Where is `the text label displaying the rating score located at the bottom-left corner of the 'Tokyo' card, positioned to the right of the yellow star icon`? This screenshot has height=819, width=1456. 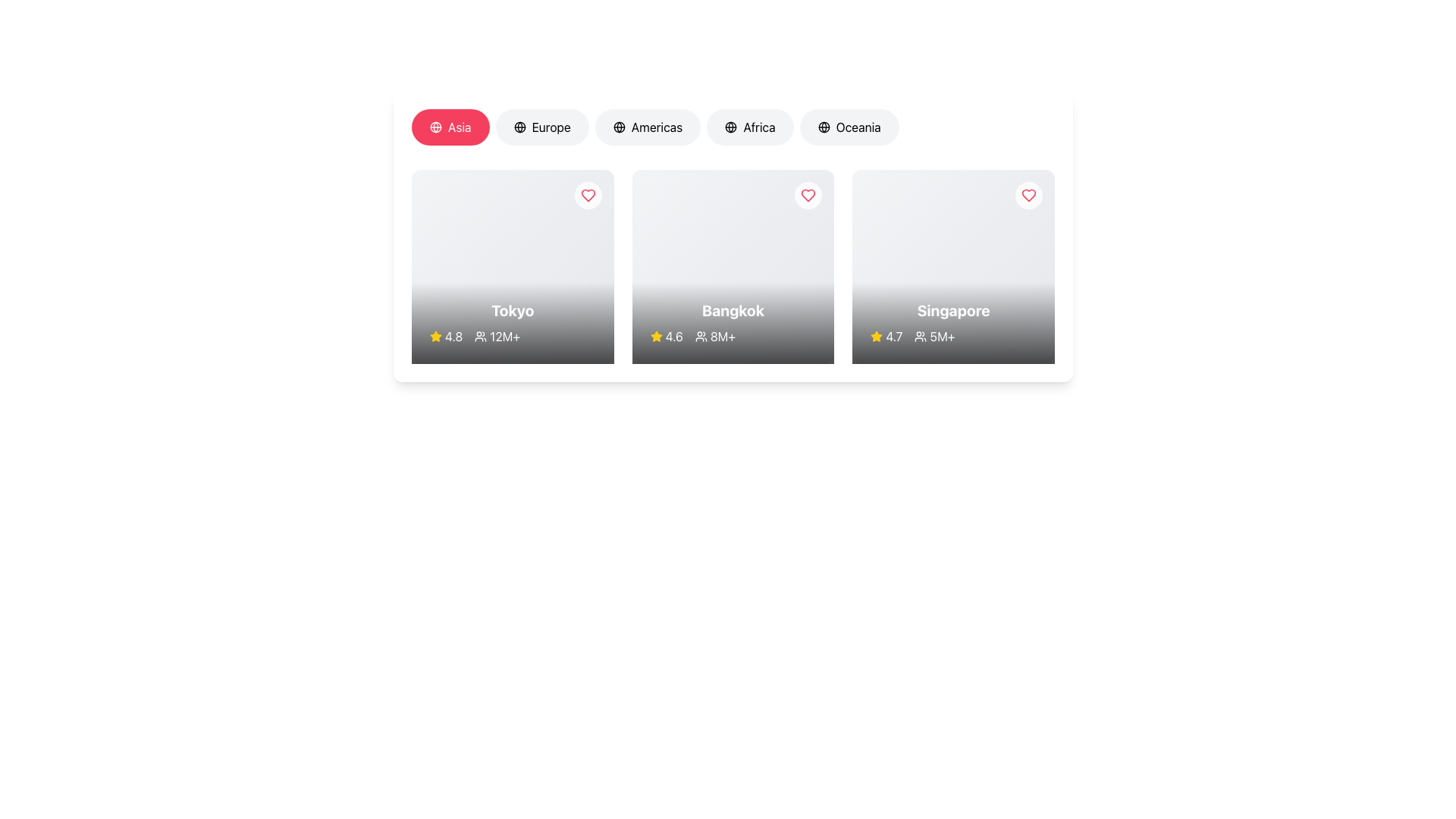
the text label displaying the rating score located at the bottom-left corner of the 'Tokyo' card, positioned to the right of the yellow star icon is located at coordinates (453, 335).